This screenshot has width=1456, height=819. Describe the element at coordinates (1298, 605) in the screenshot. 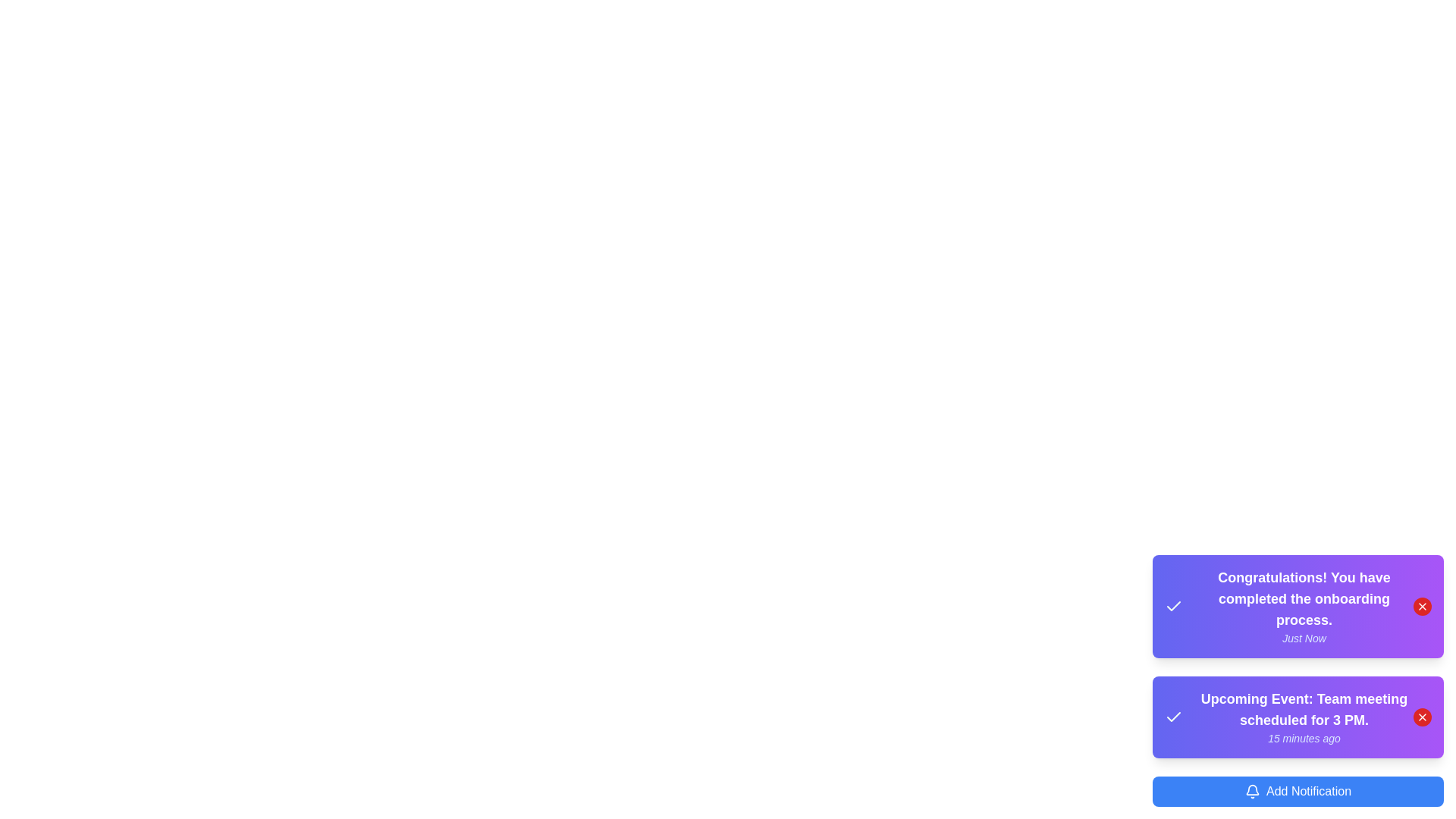

I see `the first notification to view its details` at that location.